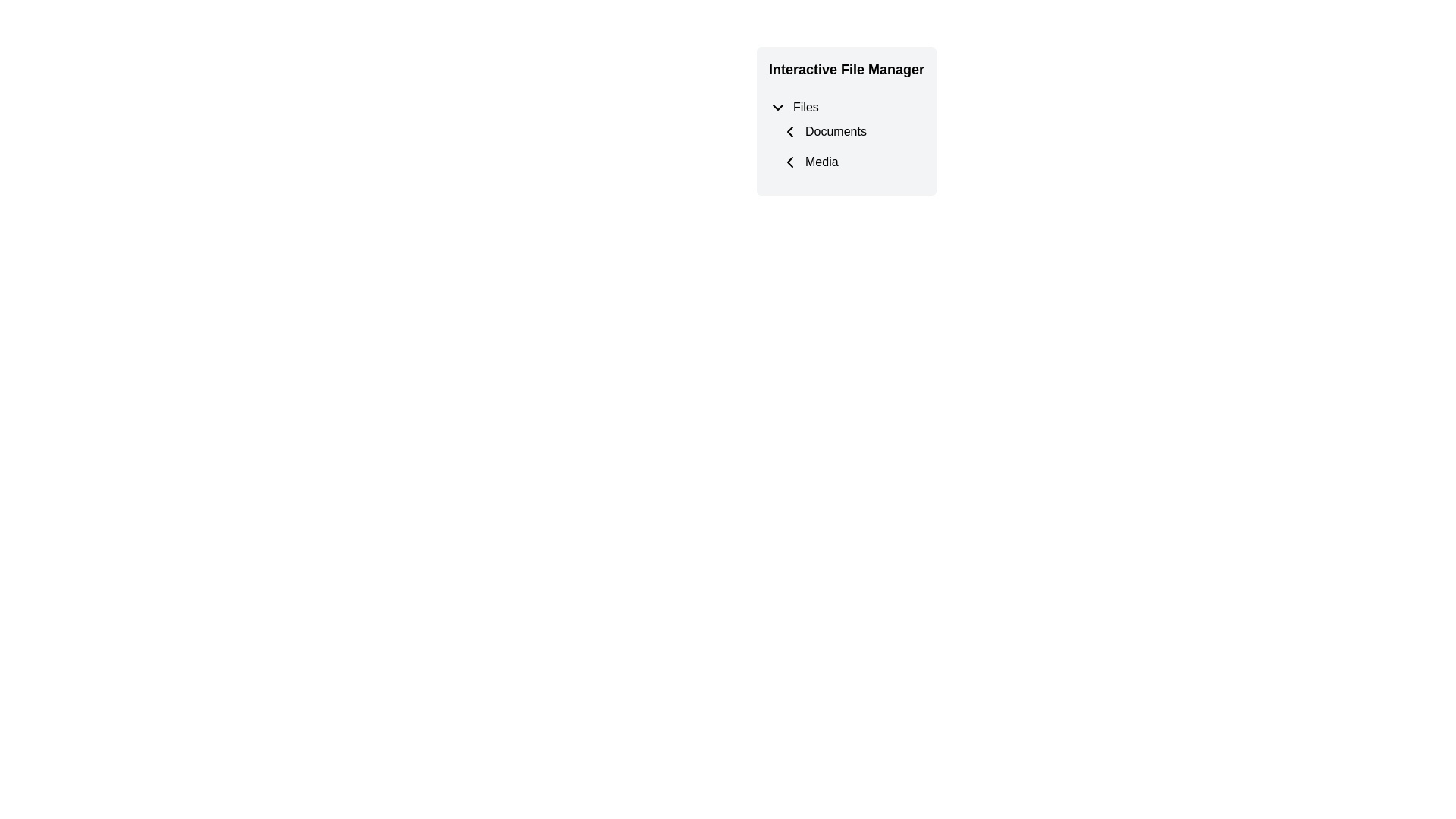  Describe the element at coordinates (778, 107) in the screenshot. I see `the downward-facing chevron toggle icon located to the left of the 'Files' label in the file group accordion header` at that location.